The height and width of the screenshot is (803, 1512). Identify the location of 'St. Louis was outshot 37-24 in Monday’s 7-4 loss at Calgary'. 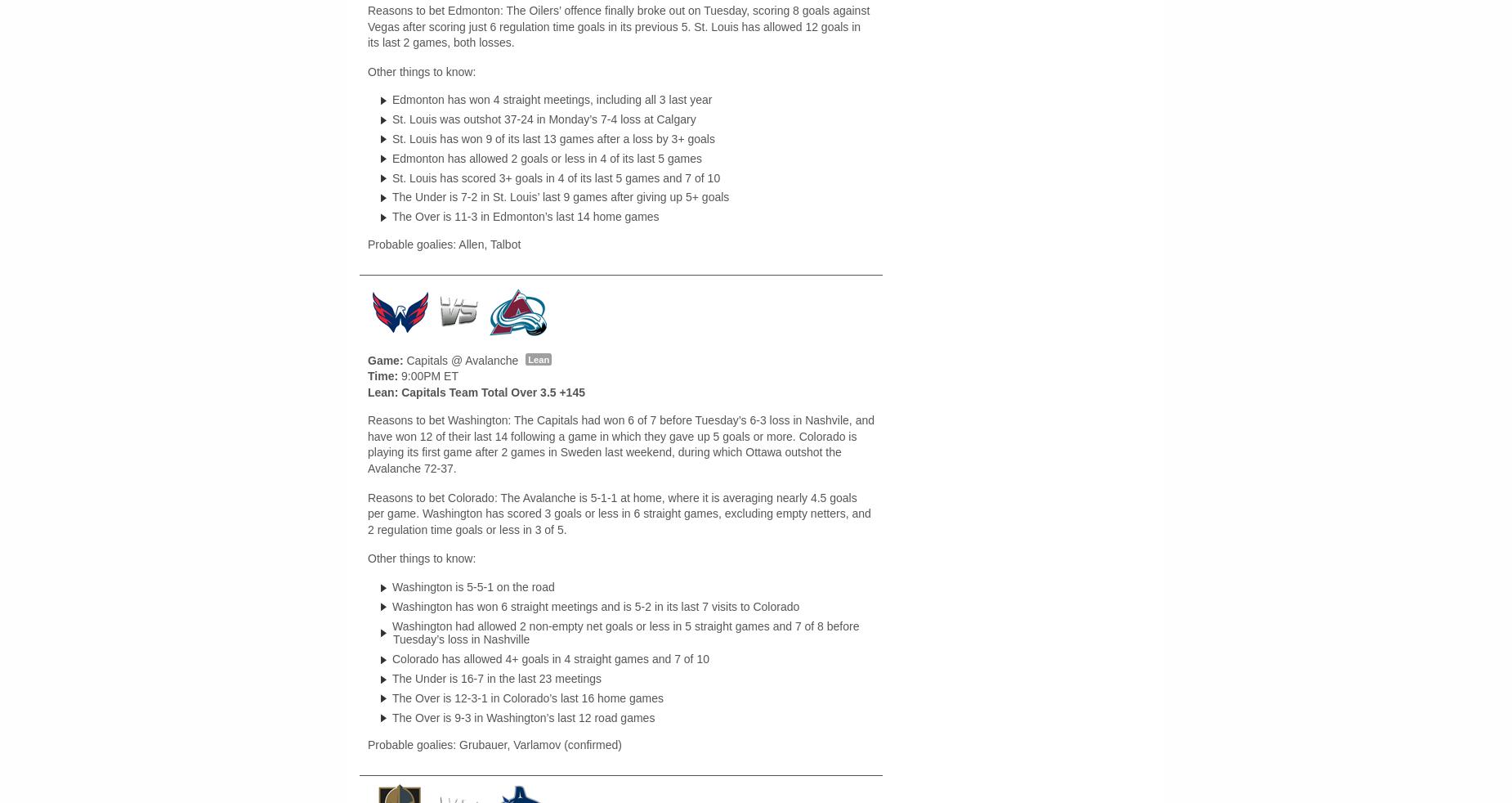
(544, 119).